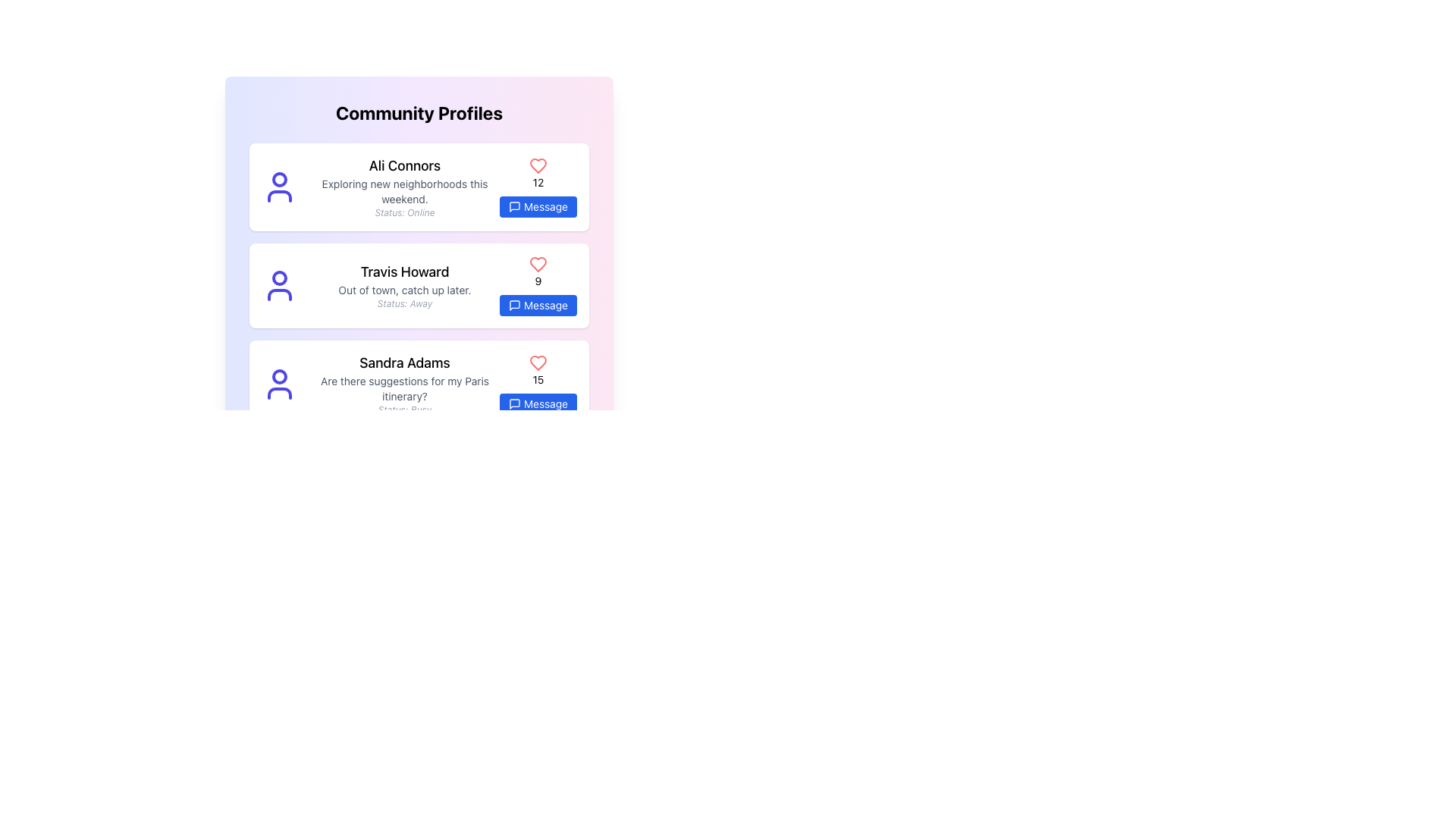  I want to click on the static text displaying the count of likes or favorites for the associated profile in the first profile card under the 'Community Profiles' section, located beneath the red heart icon and above the 'Message' button, so click(538, 181).